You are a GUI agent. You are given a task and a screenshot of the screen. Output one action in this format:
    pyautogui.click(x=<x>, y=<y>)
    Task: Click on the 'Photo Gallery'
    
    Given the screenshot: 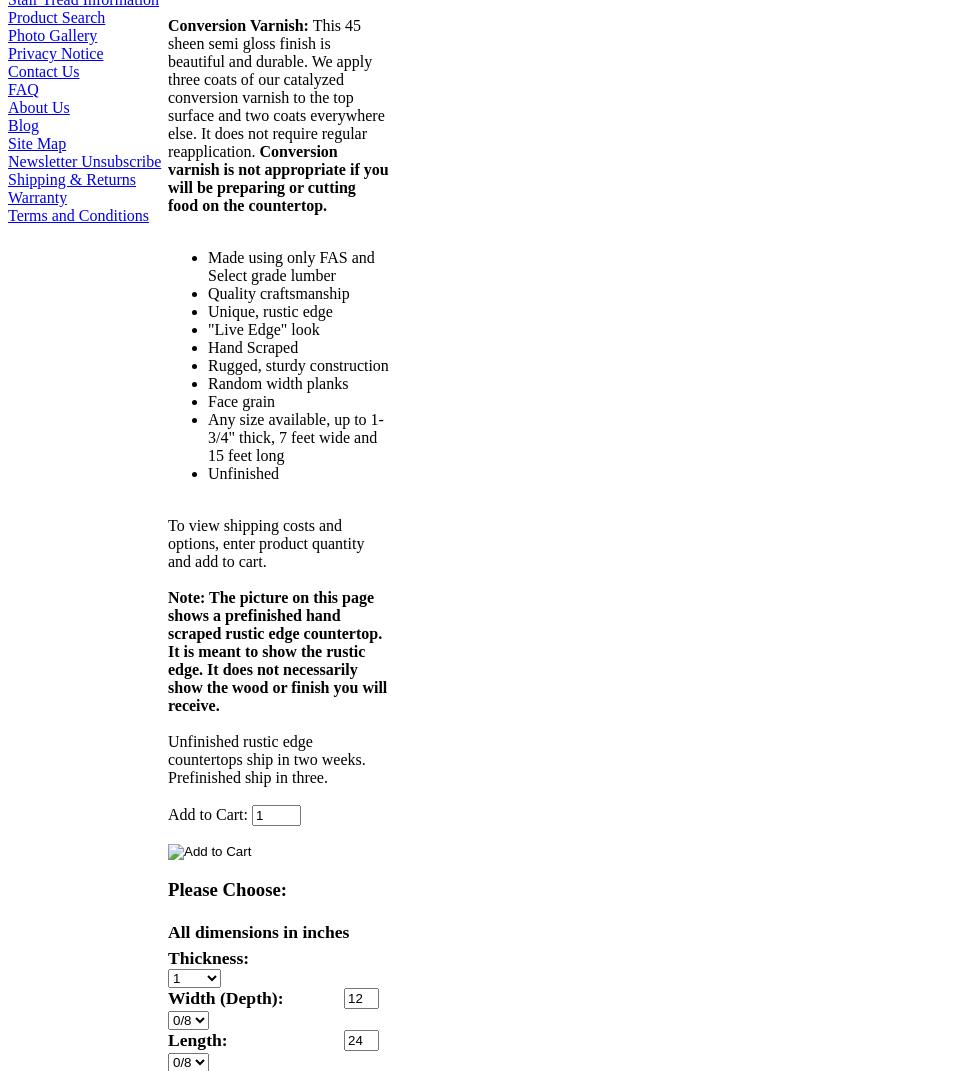 What is the action you would take?
    pyautogui.click(x=8, y=33)
    